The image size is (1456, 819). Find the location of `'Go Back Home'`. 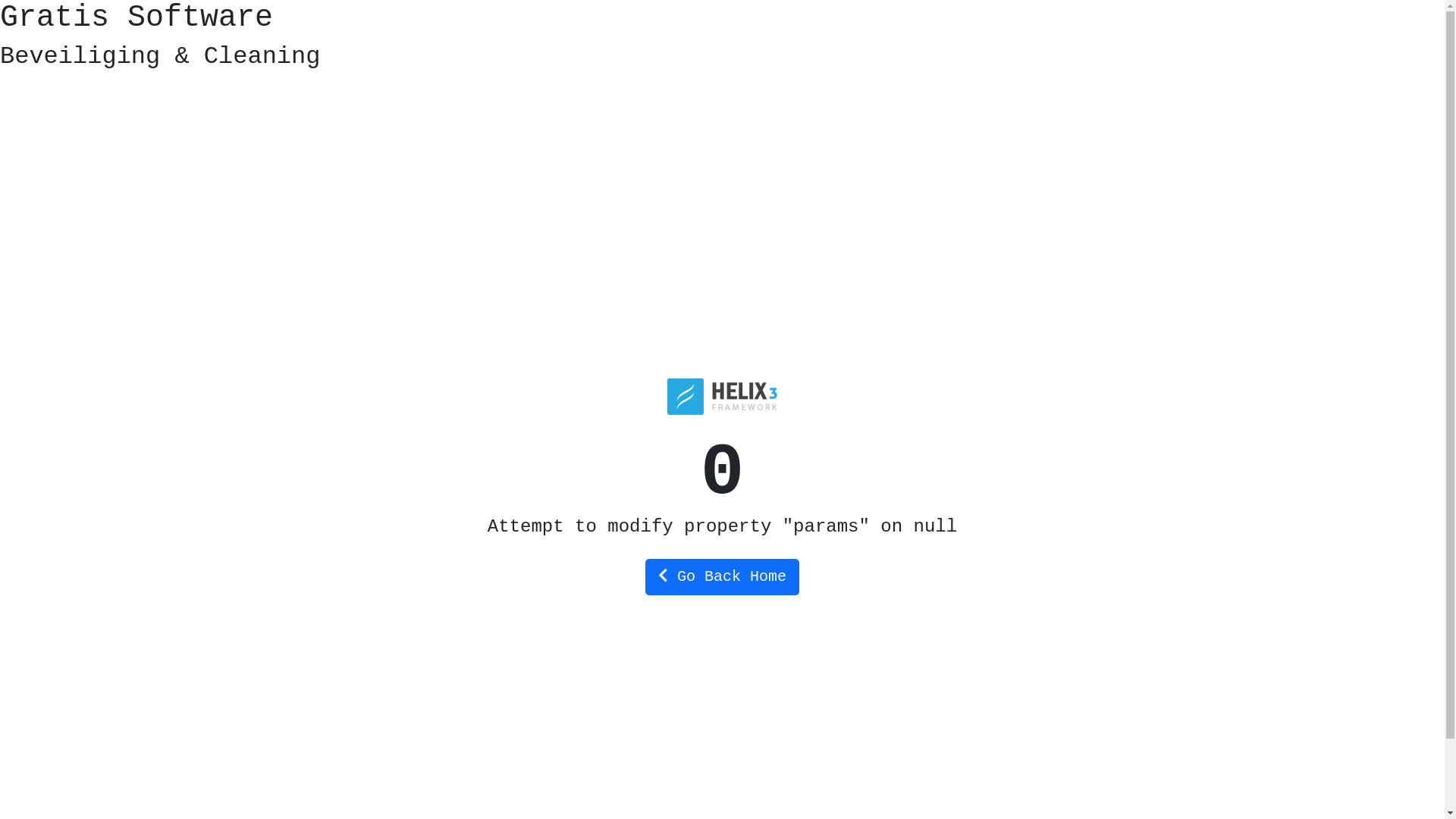

'Go Back Home' is located at coordinates (721, 576).